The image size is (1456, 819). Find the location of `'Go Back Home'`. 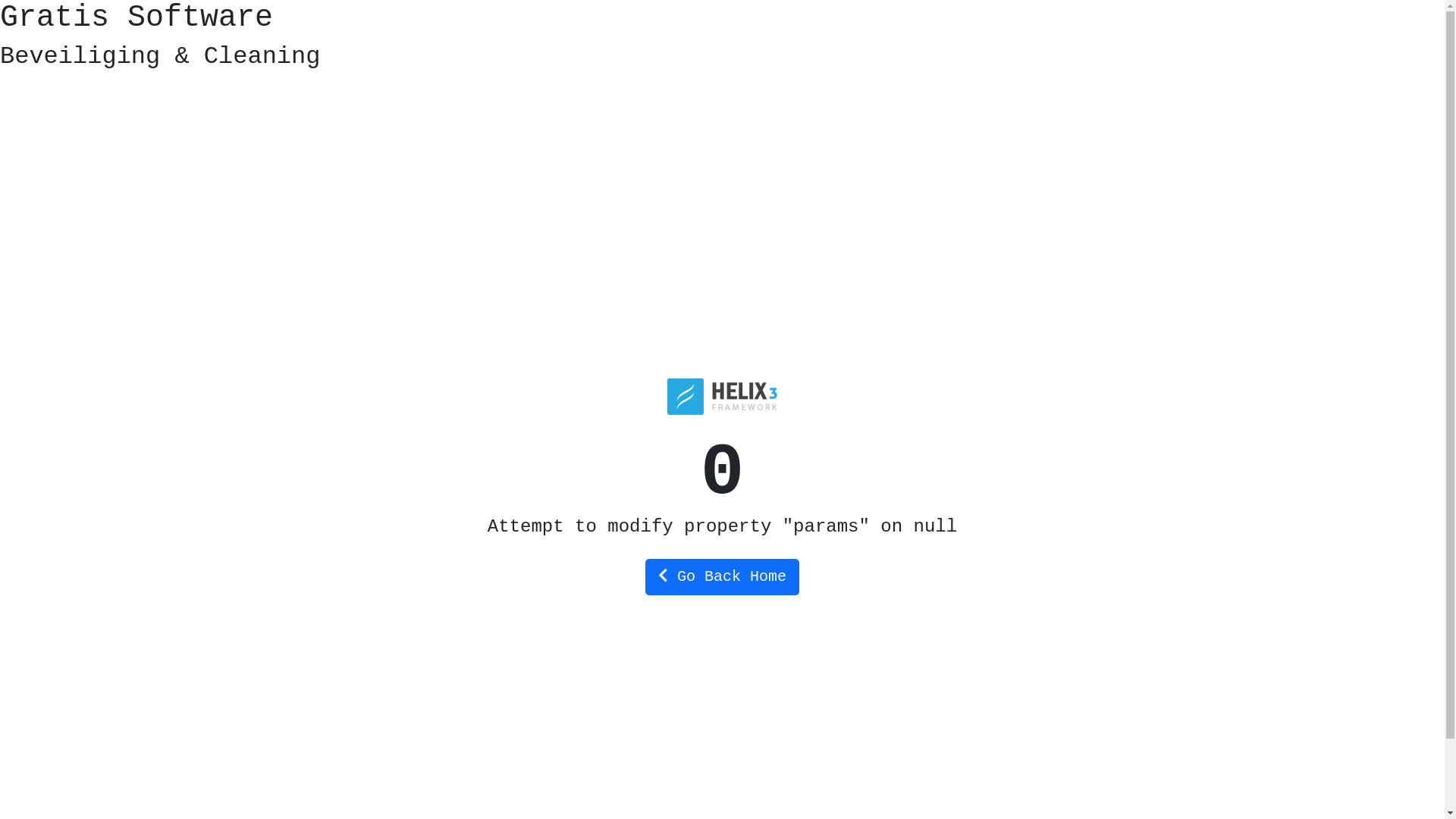

'Go Back Home' is located at coordinates (721, 576).